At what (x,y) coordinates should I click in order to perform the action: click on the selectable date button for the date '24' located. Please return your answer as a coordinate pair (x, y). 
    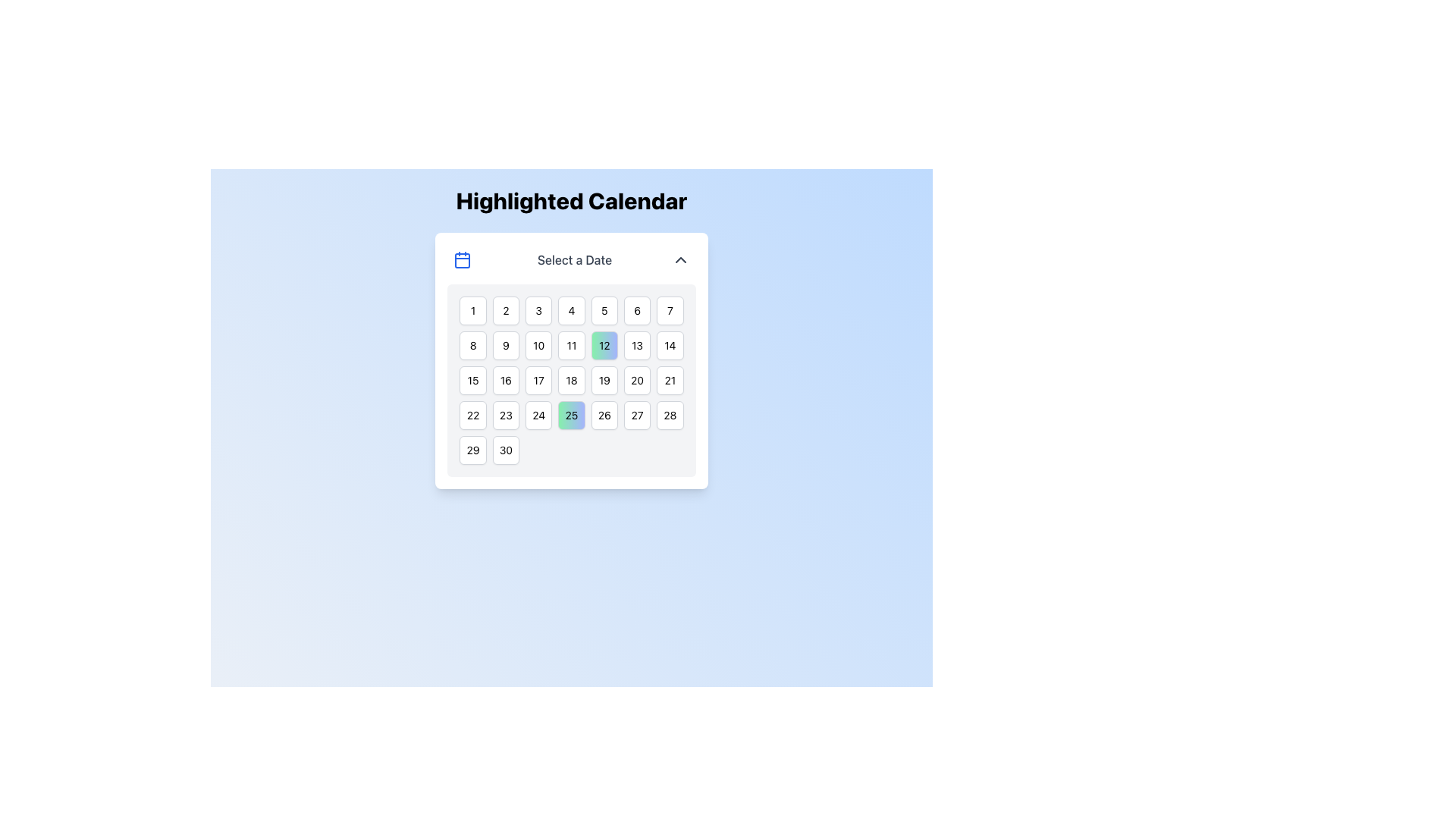
    Looking at the image, I should click on (538, 415).